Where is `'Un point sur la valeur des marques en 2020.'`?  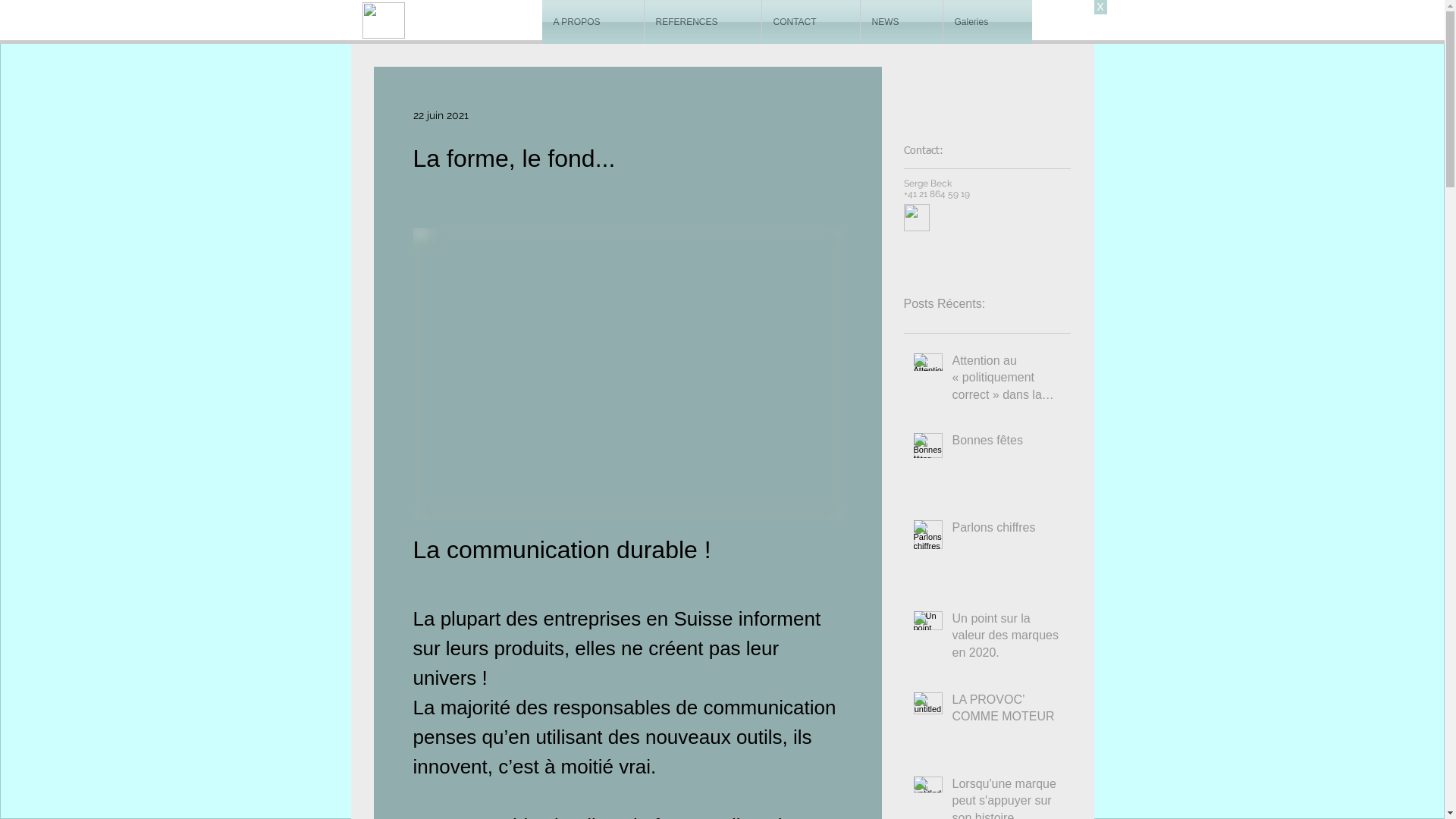 'Un point sur la valeur des marques en 2020.' is located at coordinates (952, 639).